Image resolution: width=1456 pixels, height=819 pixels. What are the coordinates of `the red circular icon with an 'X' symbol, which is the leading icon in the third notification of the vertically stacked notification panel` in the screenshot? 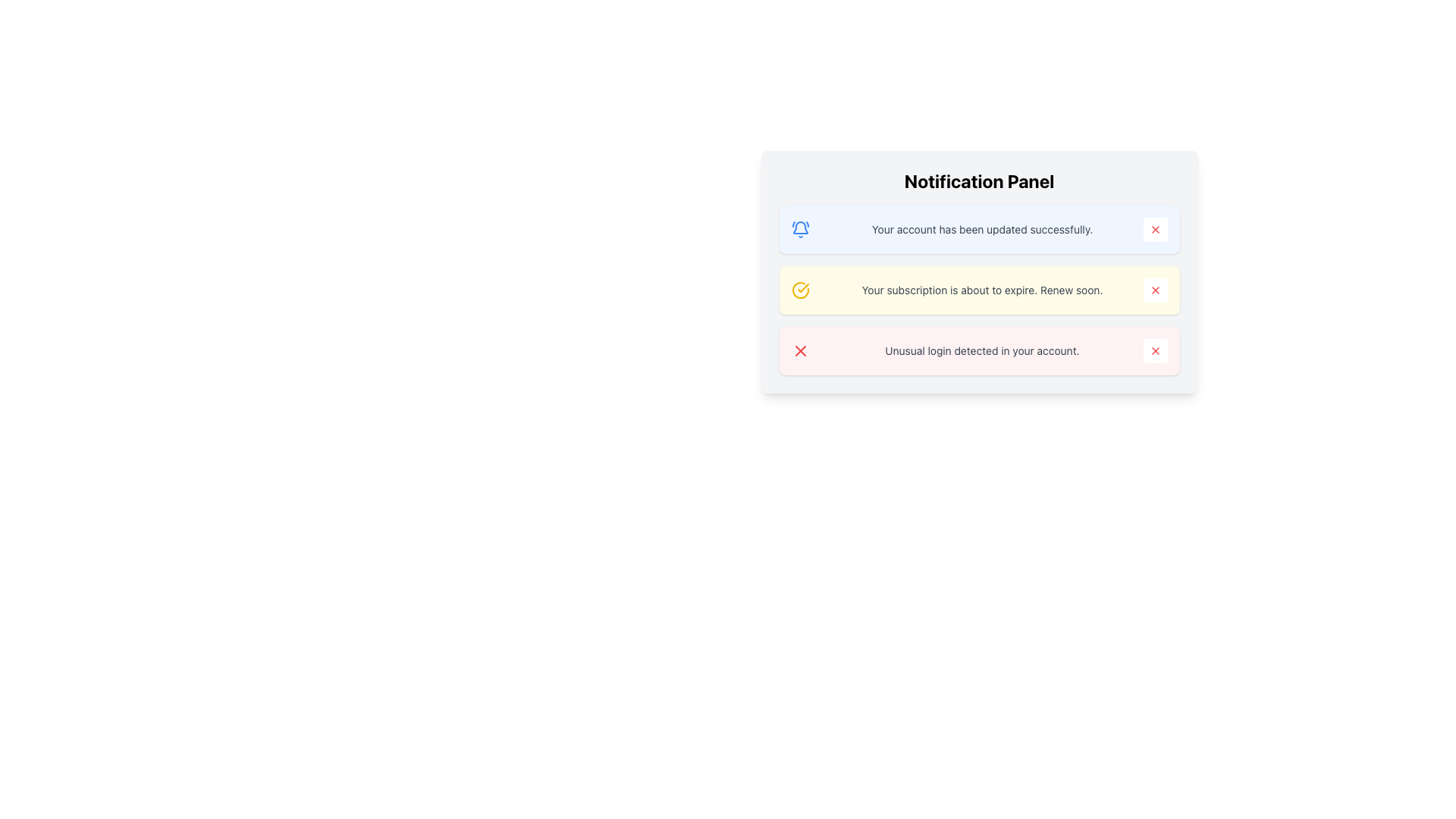 It's located at (799, 350).